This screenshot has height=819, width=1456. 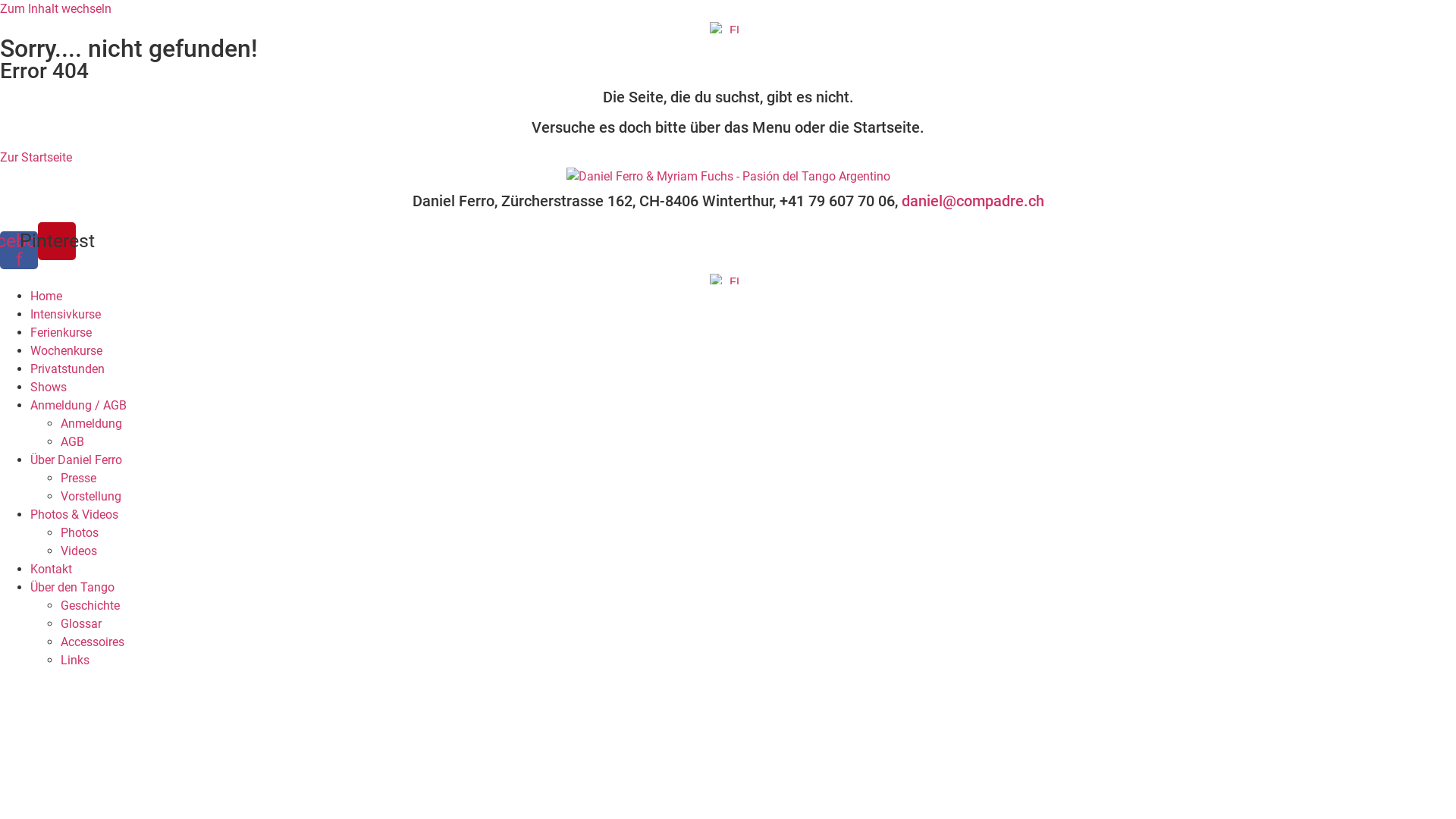 I want to click on 'Anmeldung / AGB', so click(x=77, y=404).